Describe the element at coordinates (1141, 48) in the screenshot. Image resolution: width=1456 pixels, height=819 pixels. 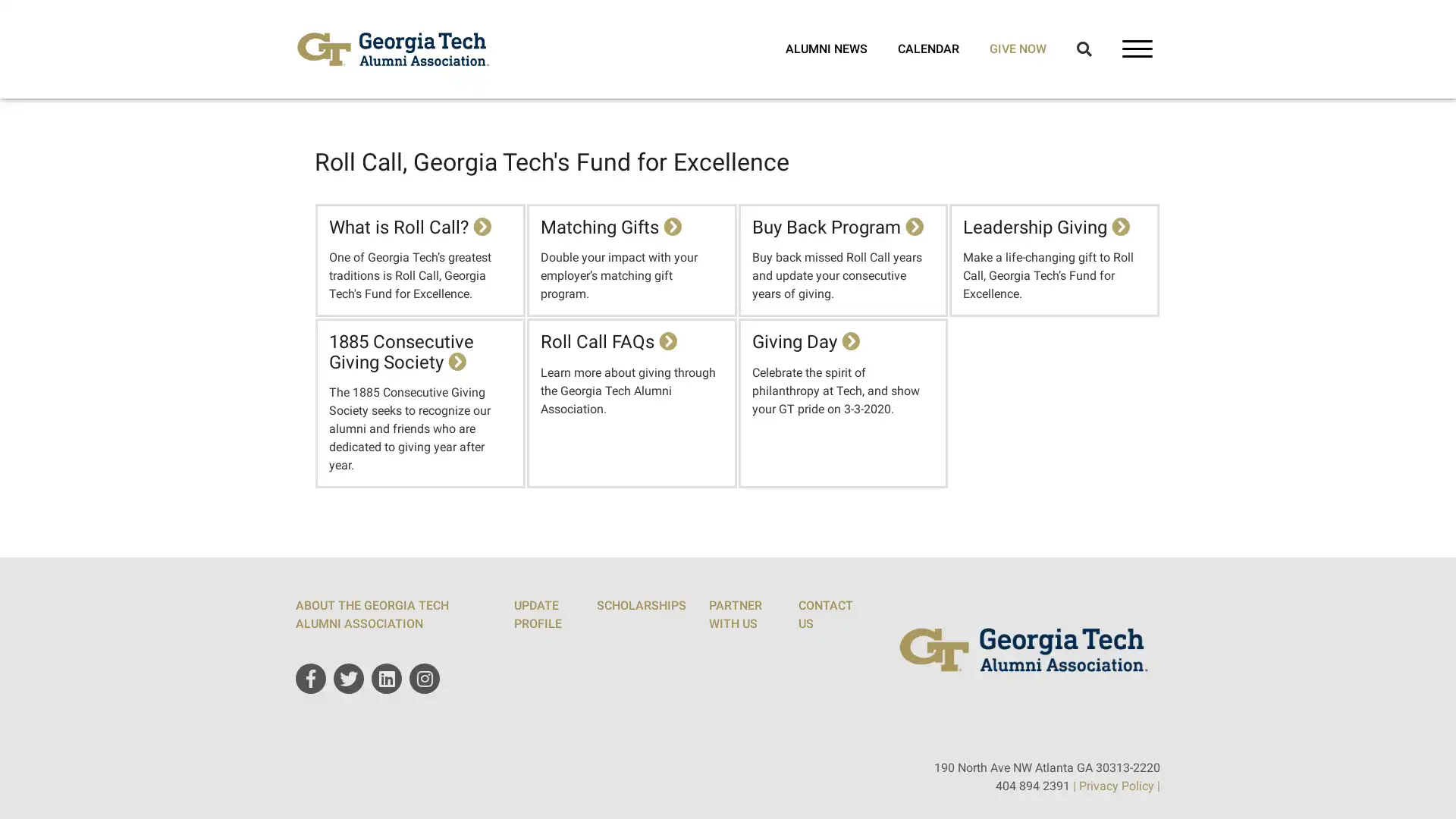
I see `Open Main Navigation` at that location.